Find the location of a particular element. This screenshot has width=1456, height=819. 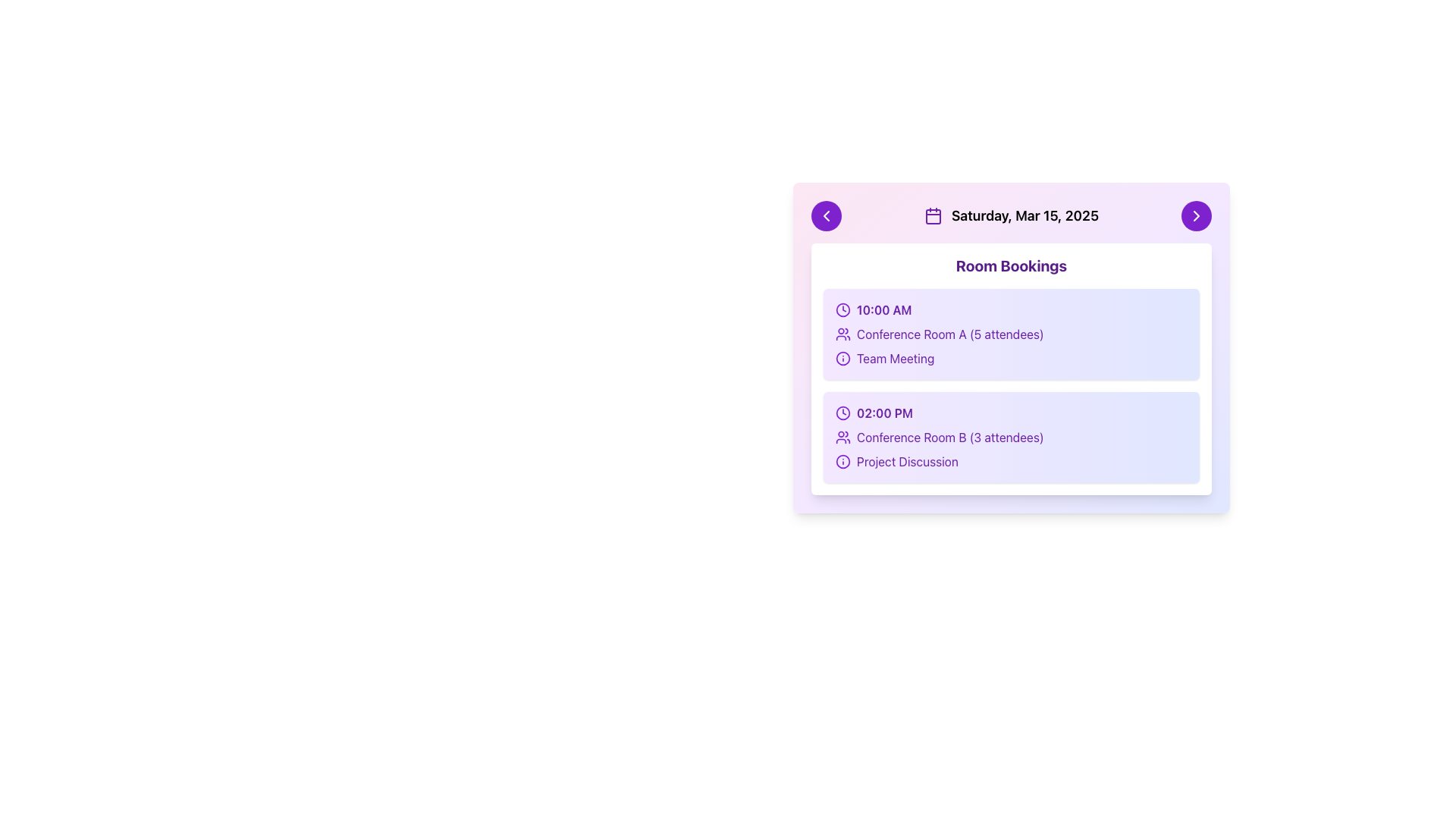

the icon representing the number of attendees for Conference Room A, which is located to the left of the text indicating the room's capacity is located at coordinates (843, 333).